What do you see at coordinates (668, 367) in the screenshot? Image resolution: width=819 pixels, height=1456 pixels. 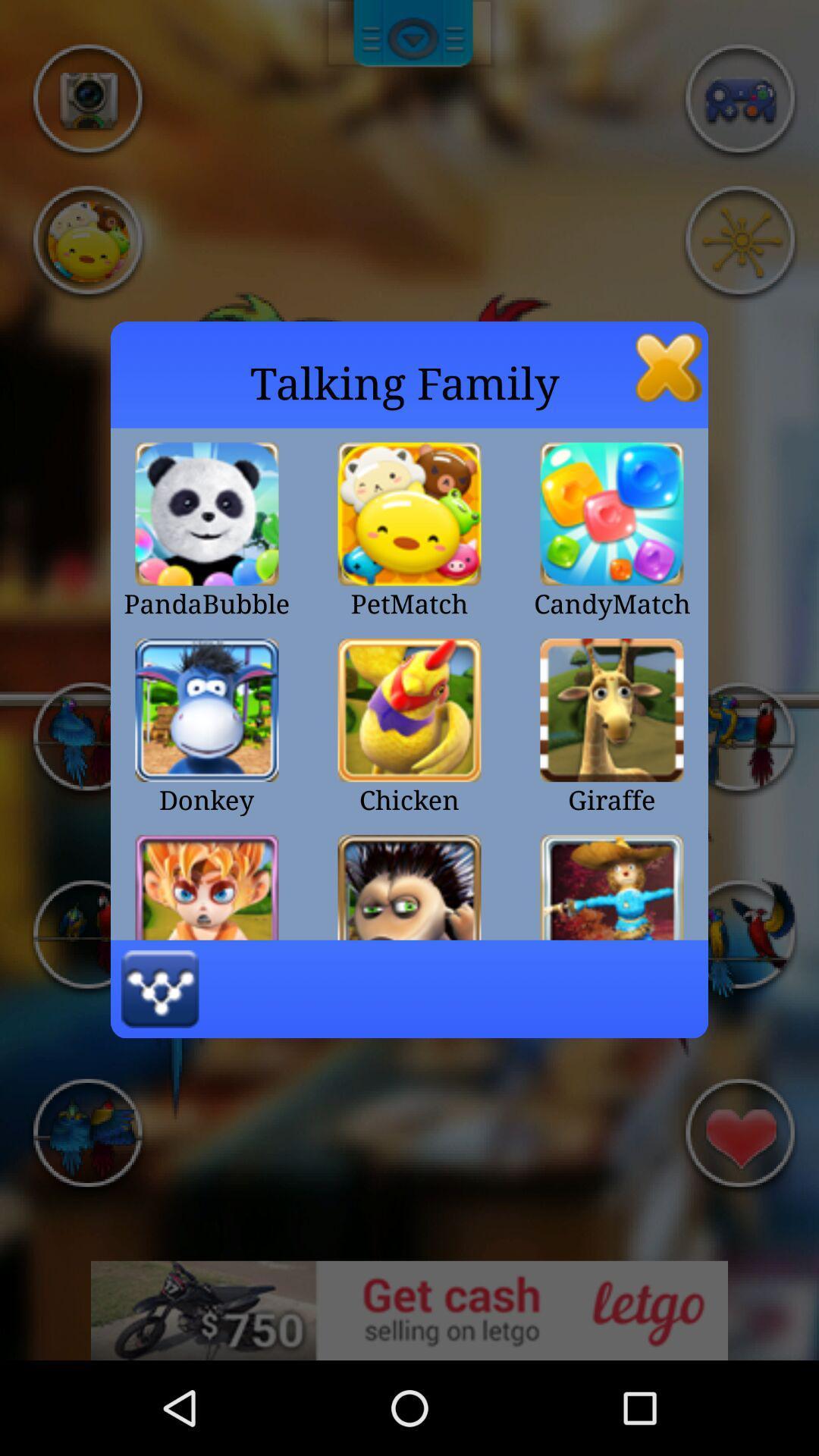 I see `x icon on top right hand side when clicked will exit the current screen` at bounding box center [668, 367].